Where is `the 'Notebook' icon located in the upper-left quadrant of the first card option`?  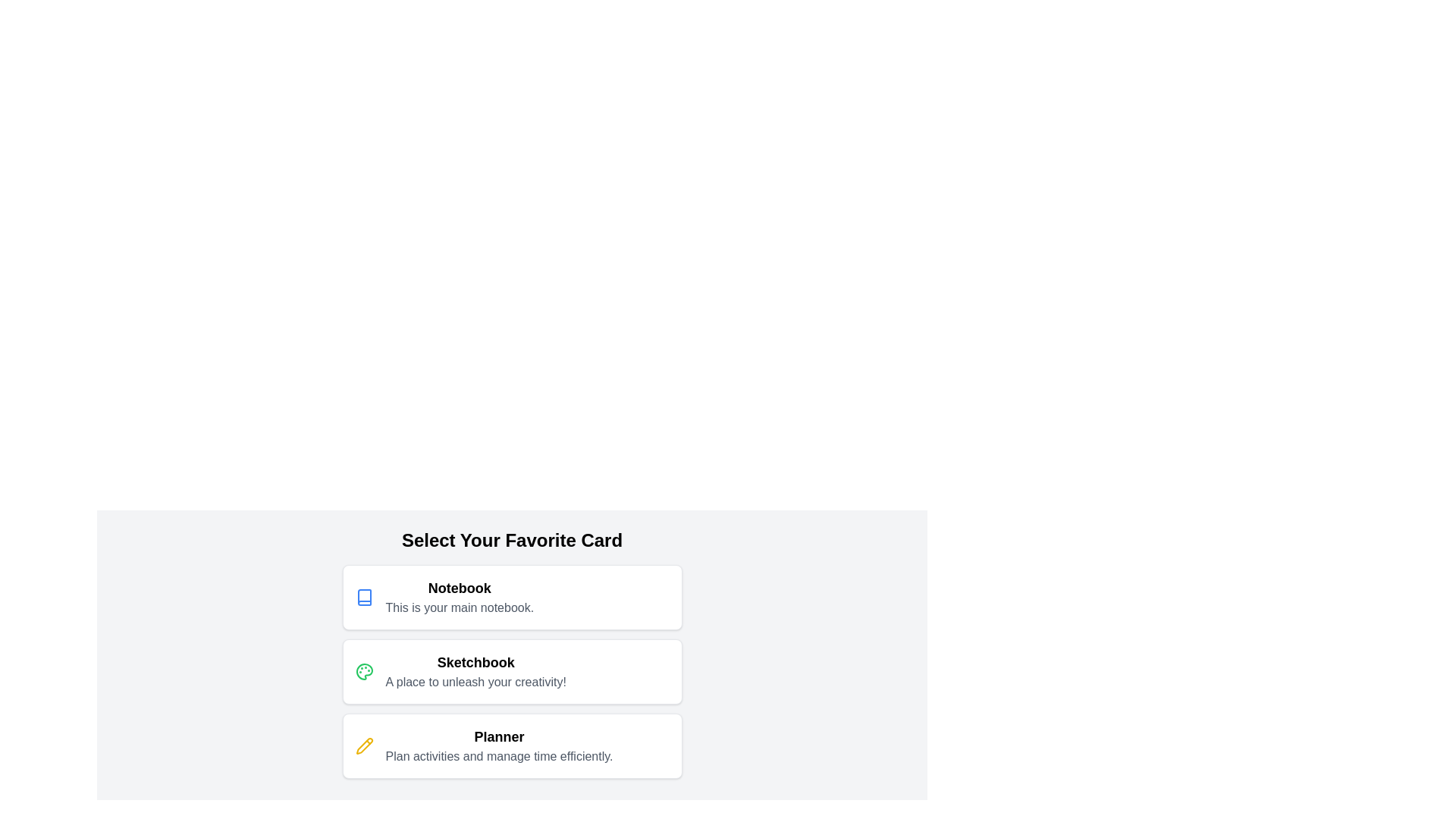 the 'Notebook' icon located in the upper-left quadrant of the first card option is located at coordinates (364, 596).